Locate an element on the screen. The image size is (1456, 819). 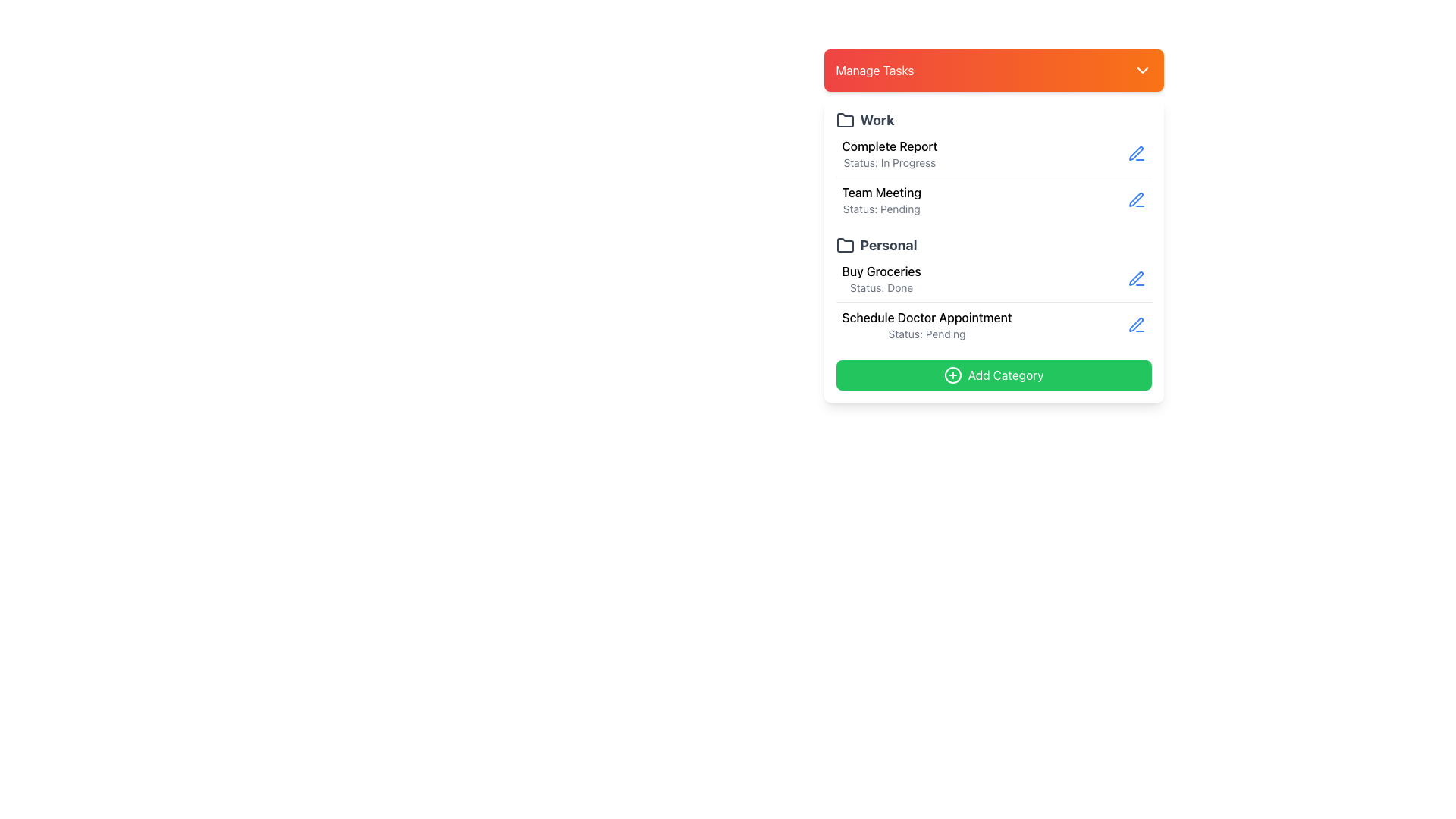
the 'Team Meeting' label, which is styled in a medium font size and bold typeface, located under the 'Work' category in the task management list interface is located at coordinates (881, 192).